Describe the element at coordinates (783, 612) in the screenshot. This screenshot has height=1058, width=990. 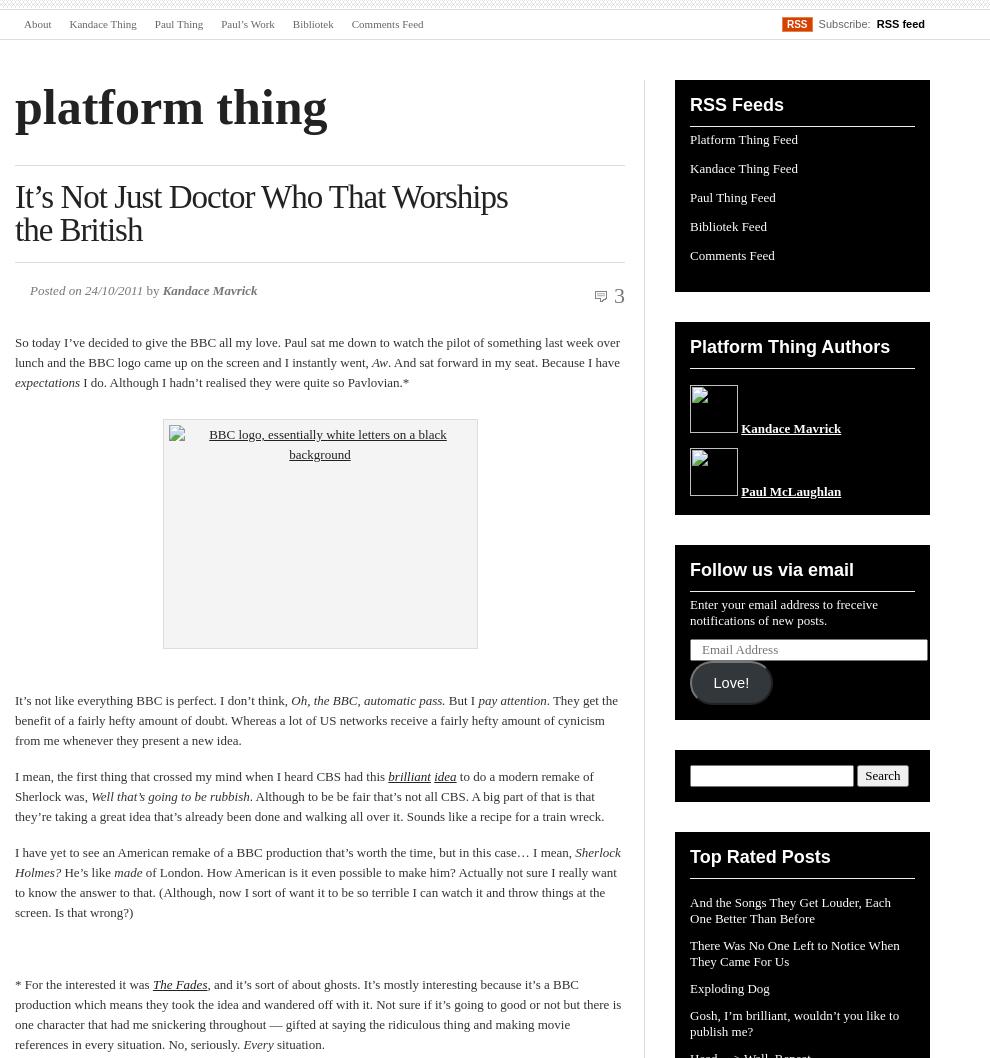
I see `'Enter your email address to freceive notifications of new posts.'` at that location.